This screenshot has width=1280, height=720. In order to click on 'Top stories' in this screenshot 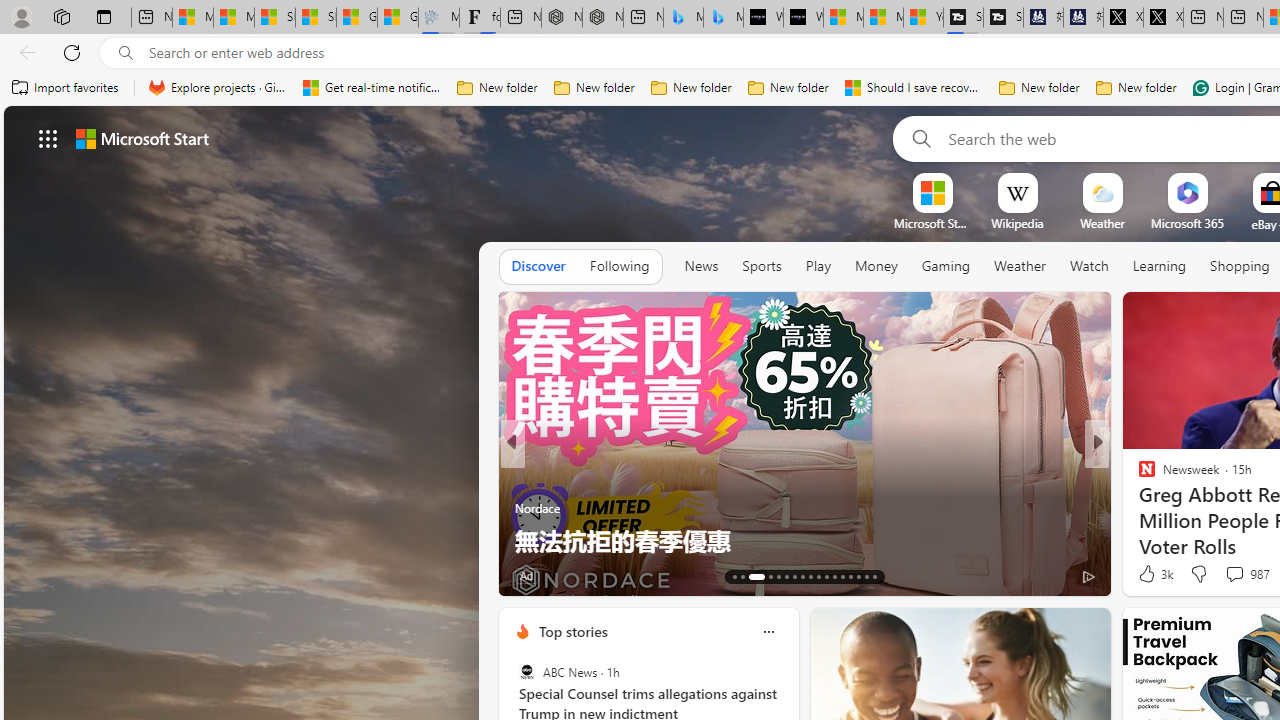, I will do `click(571, 631)`.